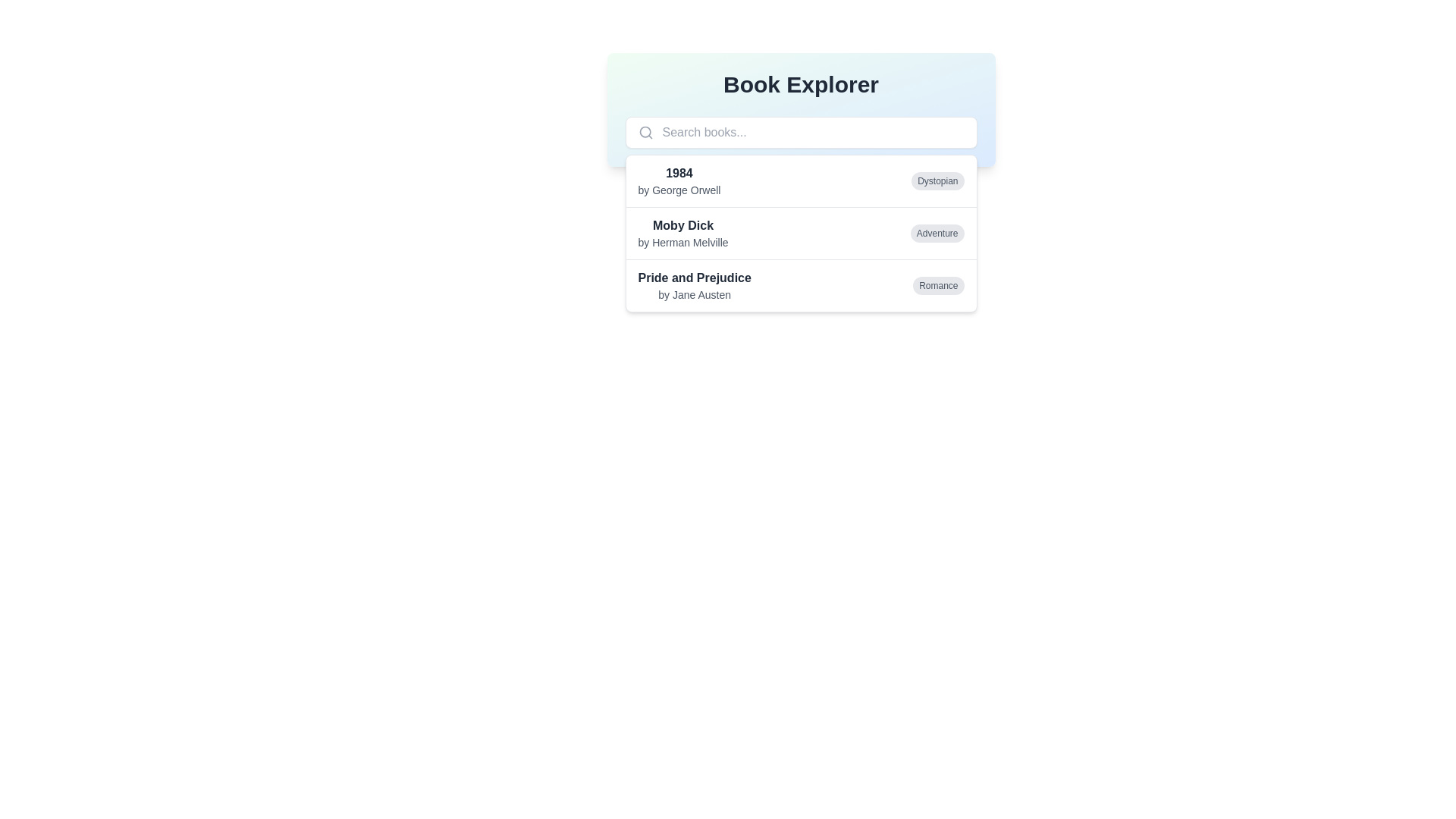 The image size is (1456, 819). Describe the element at coordinates (645, 131) in the screenshot. I see `the inner circular part of the search icon resembling a magnifying glass located at the left side of the search input field under the title 'Book Explorer'` at that location.